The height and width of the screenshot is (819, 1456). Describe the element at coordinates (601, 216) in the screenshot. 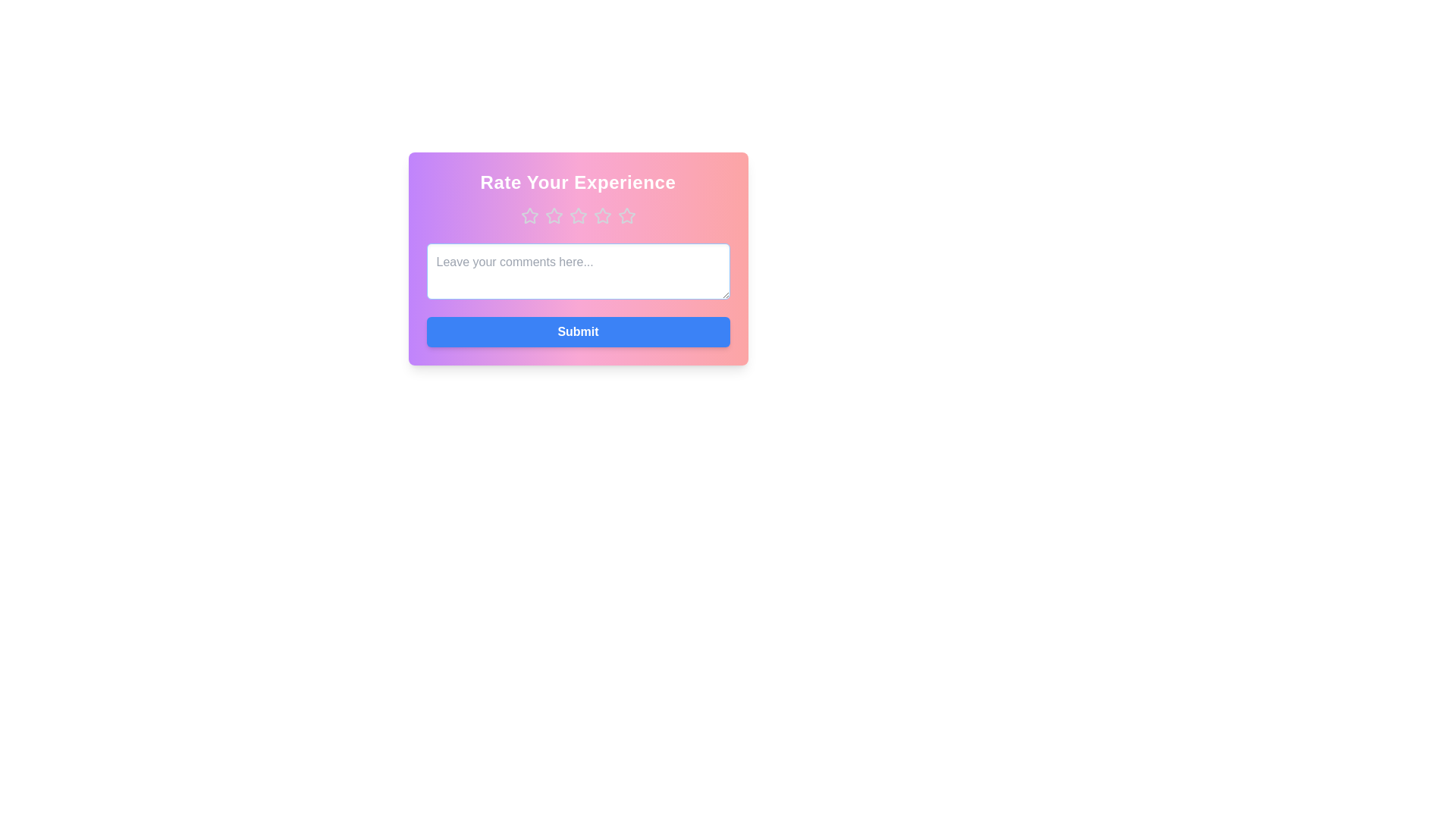

I see `the star corresponding to the desired rating 4` at that location.